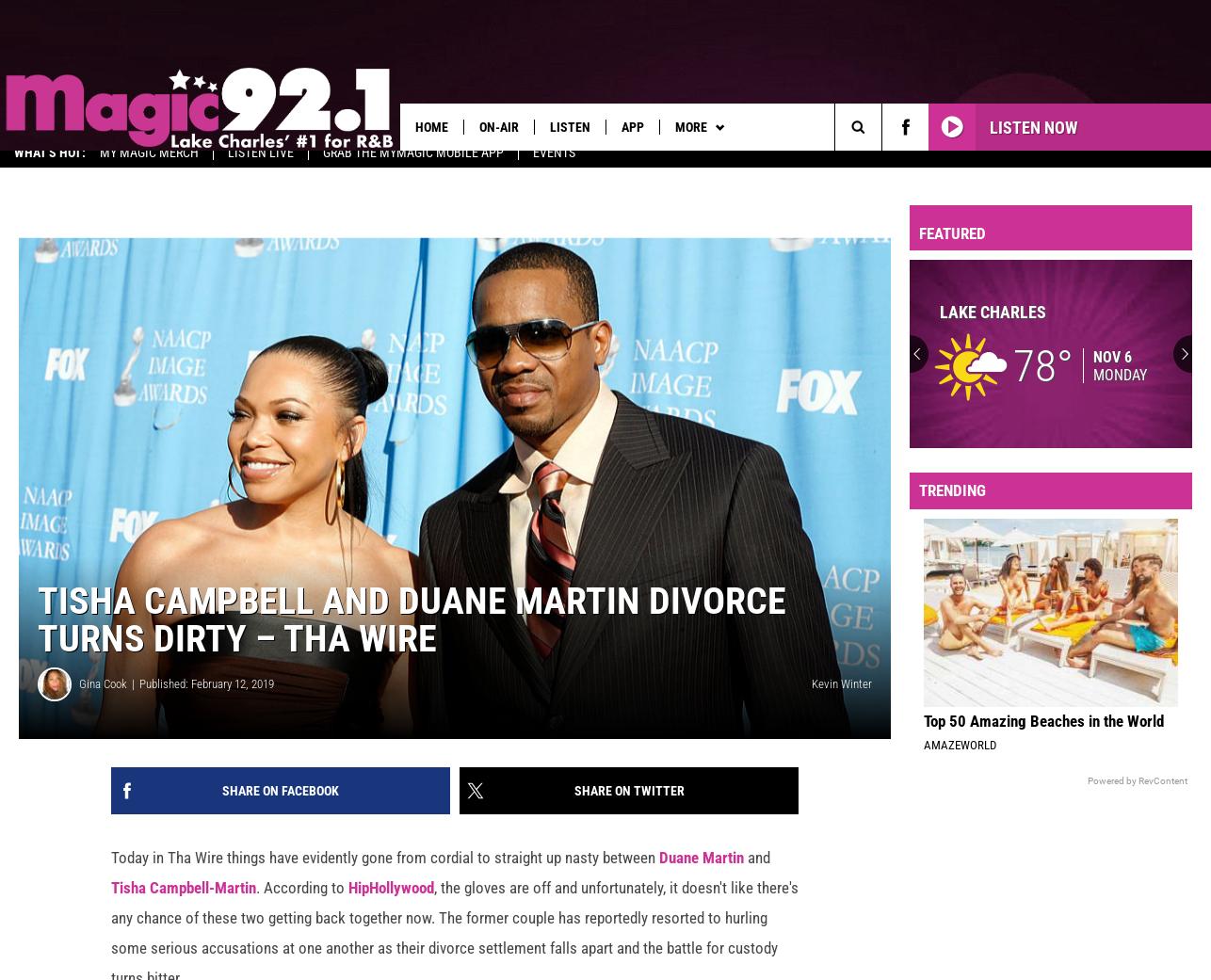 This screenshot has width=1211, height=980. Describe the element at coordinates (951, 244) in the screenshot. I see `'Featured'` at that location.